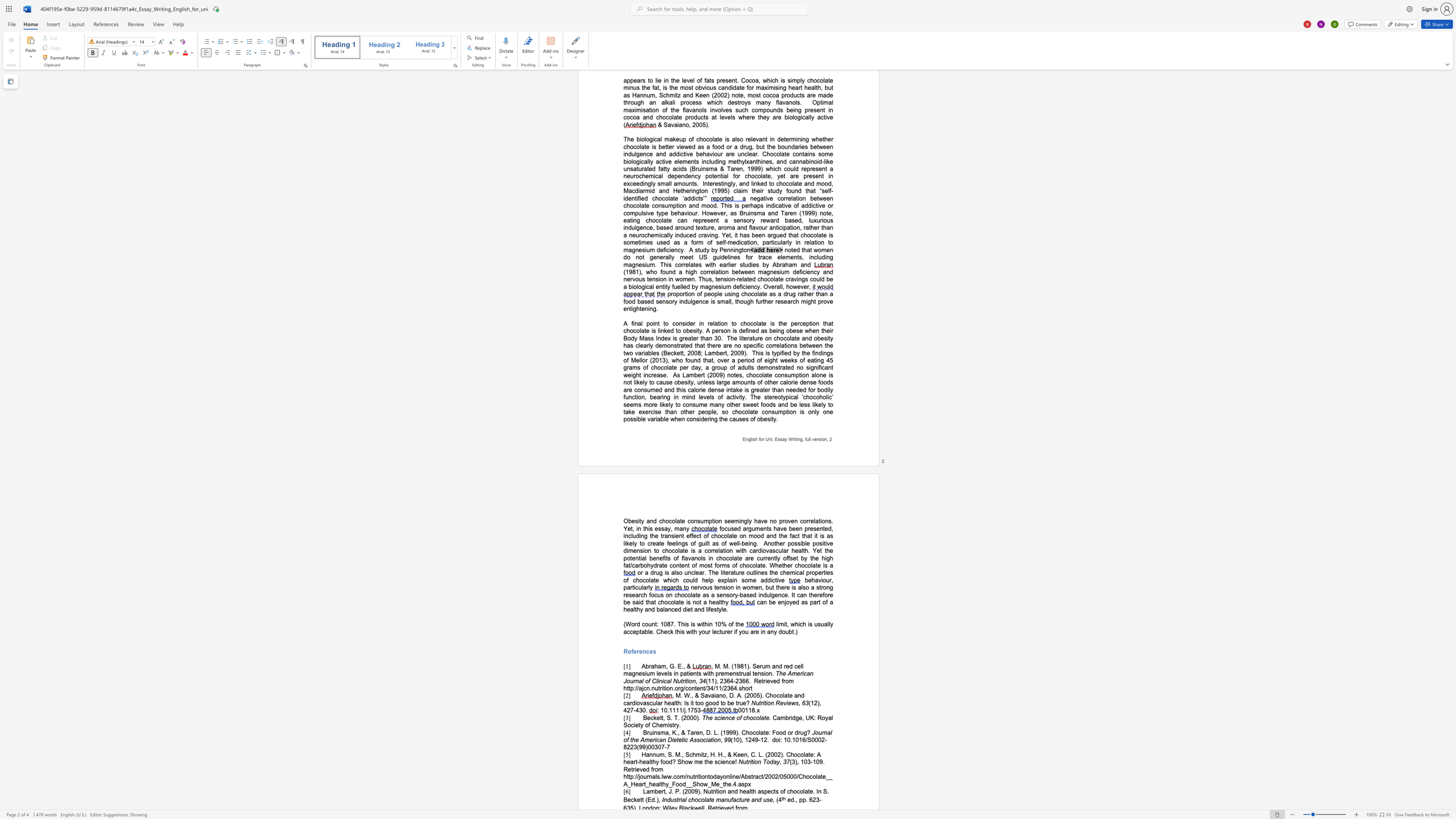  I want to click on the subset text "this e" within the text "no proven correlations. Yet, in this essay, many", so click(643, 528).